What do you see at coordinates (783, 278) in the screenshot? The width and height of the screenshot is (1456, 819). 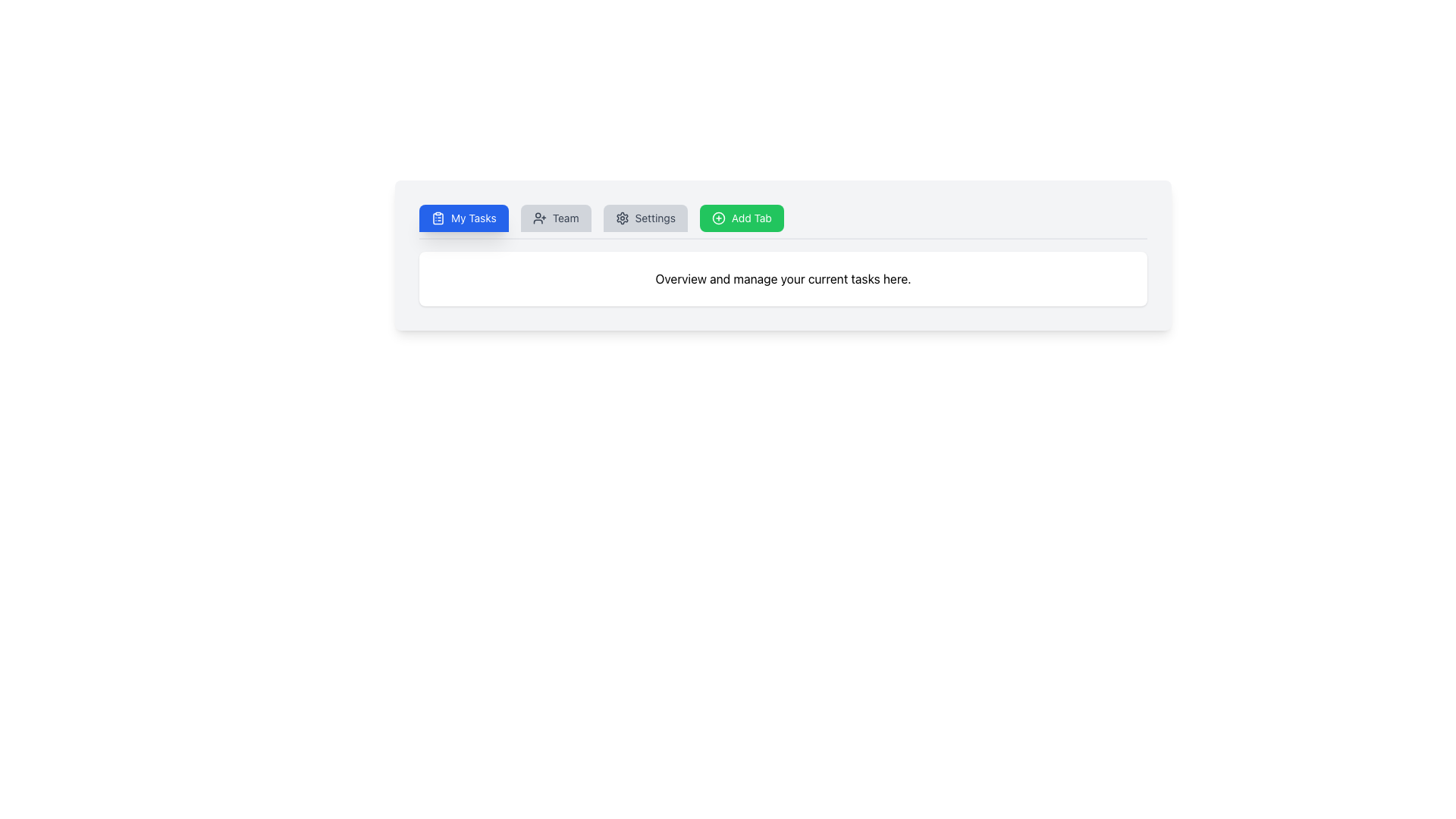 I see `the text label displaying 'Overview and manage your current tasks here.' which is centrally aligned beneath the tab row of 'My Tasks', 'Team', 'Settings', 'Add Tab'` at bounding box center [783, 278].